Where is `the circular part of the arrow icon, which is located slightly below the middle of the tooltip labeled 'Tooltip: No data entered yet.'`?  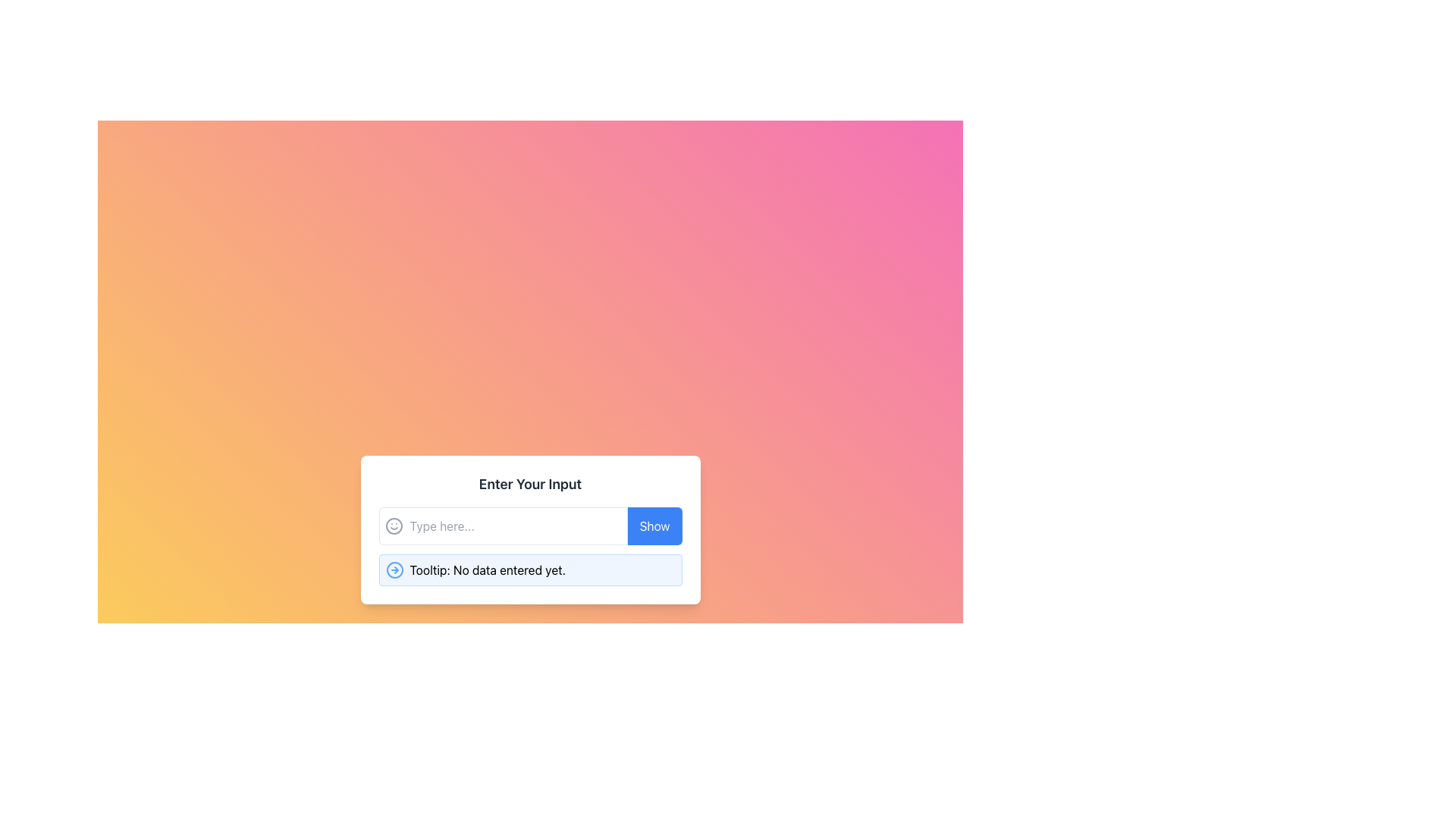 the circular part of the arrow icon, which is located slightly below the middle of the tooltip labeled 'Tooltip: No data entered yet.' is located at coordinates (394, 570).